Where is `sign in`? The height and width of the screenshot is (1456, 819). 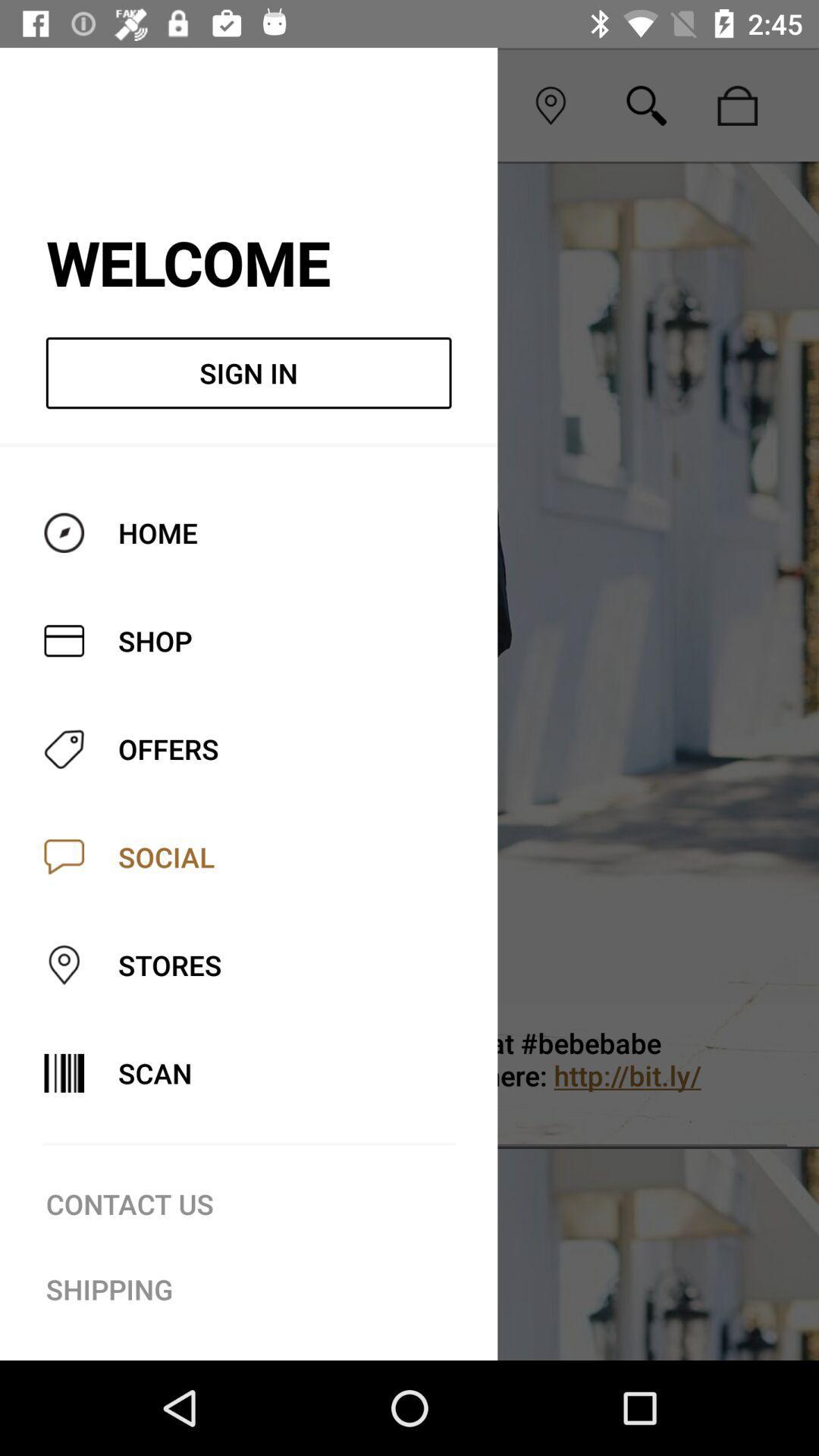 sign in is located at coordinates (248, 373).